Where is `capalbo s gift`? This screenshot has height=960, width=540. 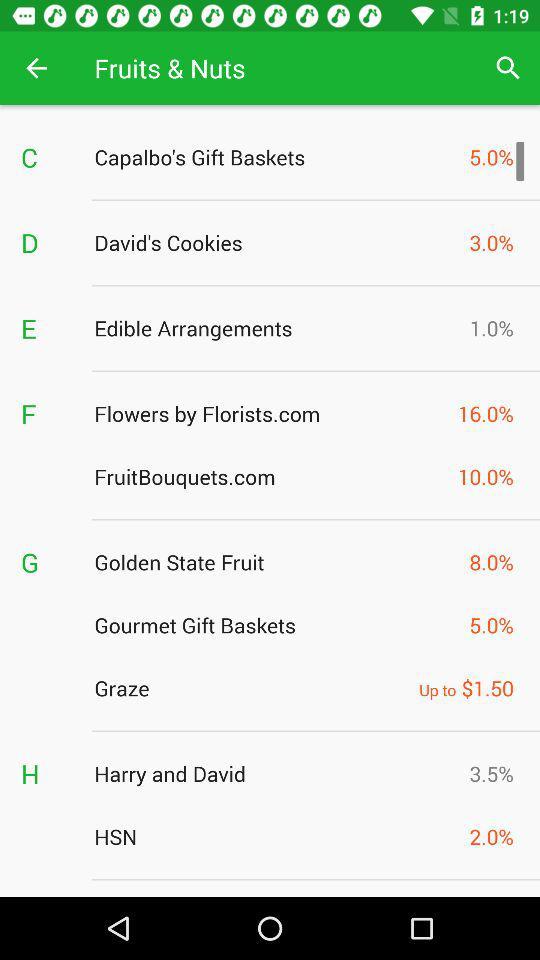 capalbo s gift is located at coordinates (275, 156).